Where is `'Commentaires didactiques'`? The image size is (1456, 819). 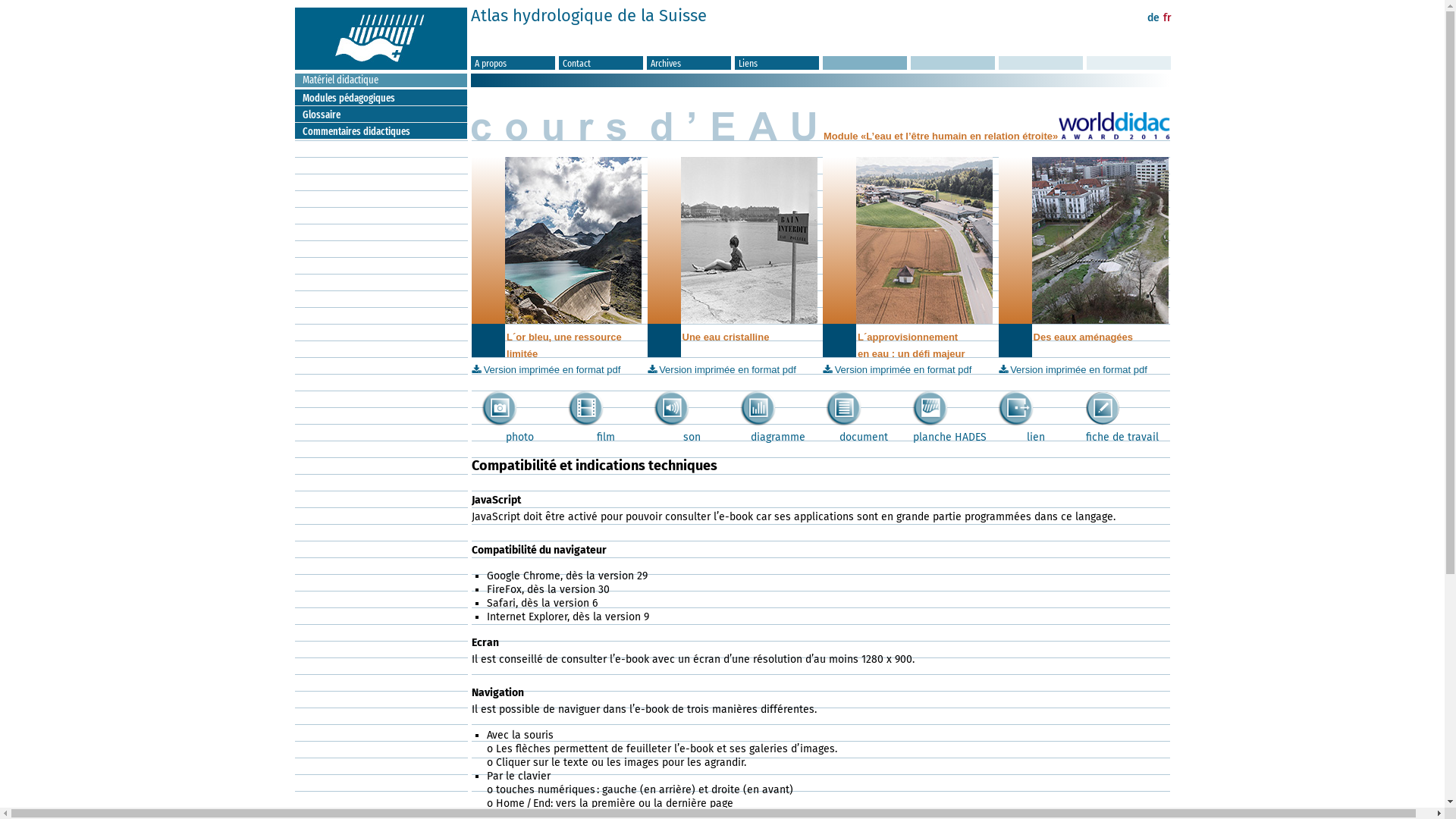 'Commentaires didactiques' is located at coordinates (384, 130).